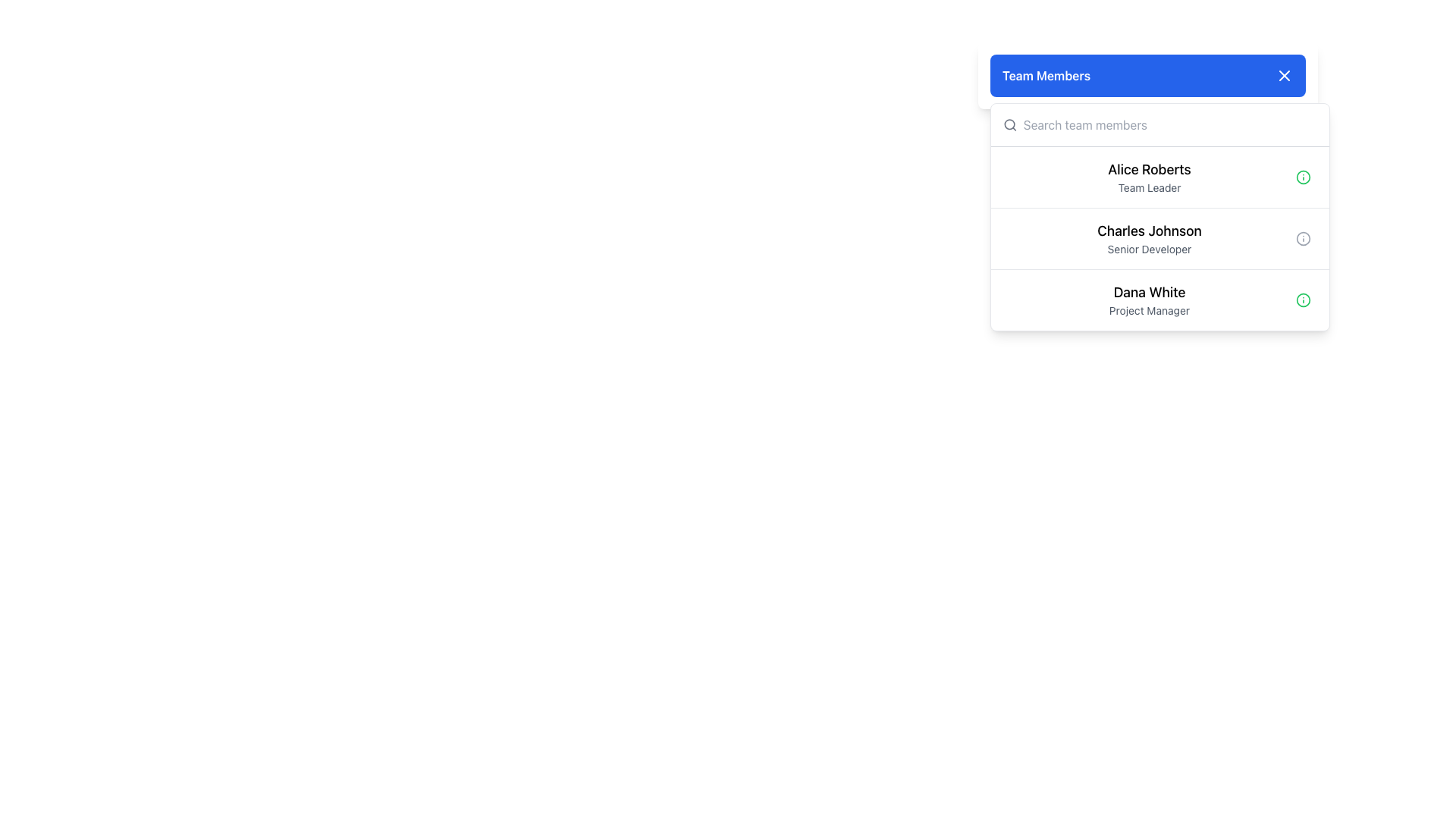  What do you see at coordinates (1159, 177) in the screenshot?
I see `the first list item under 'Team Members' which displays 'Alice Roberts' and 'Team Leader'` at bounding box center [1159, 177].